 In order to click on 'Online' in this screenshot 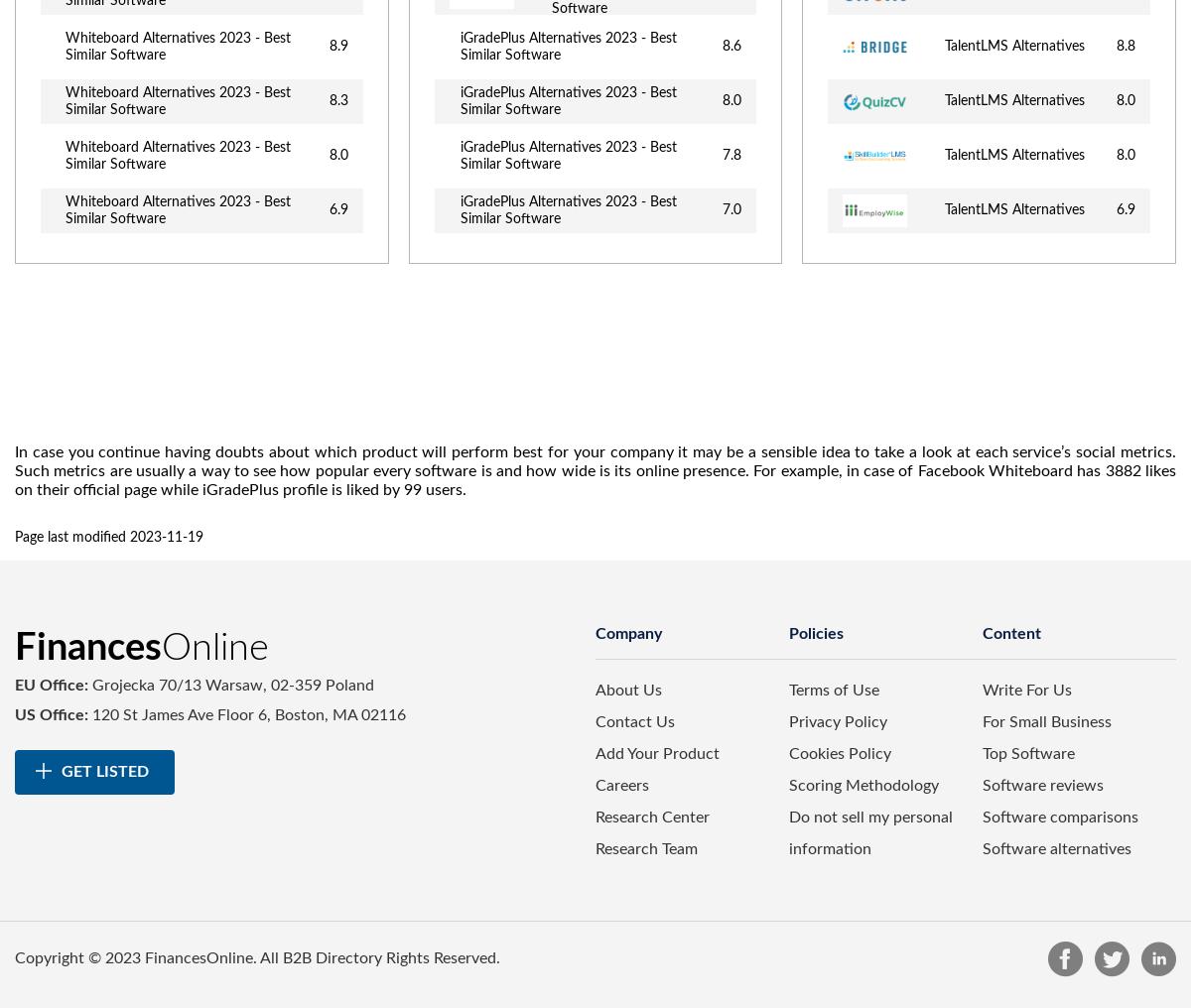, I will do `click(214, 646)`.